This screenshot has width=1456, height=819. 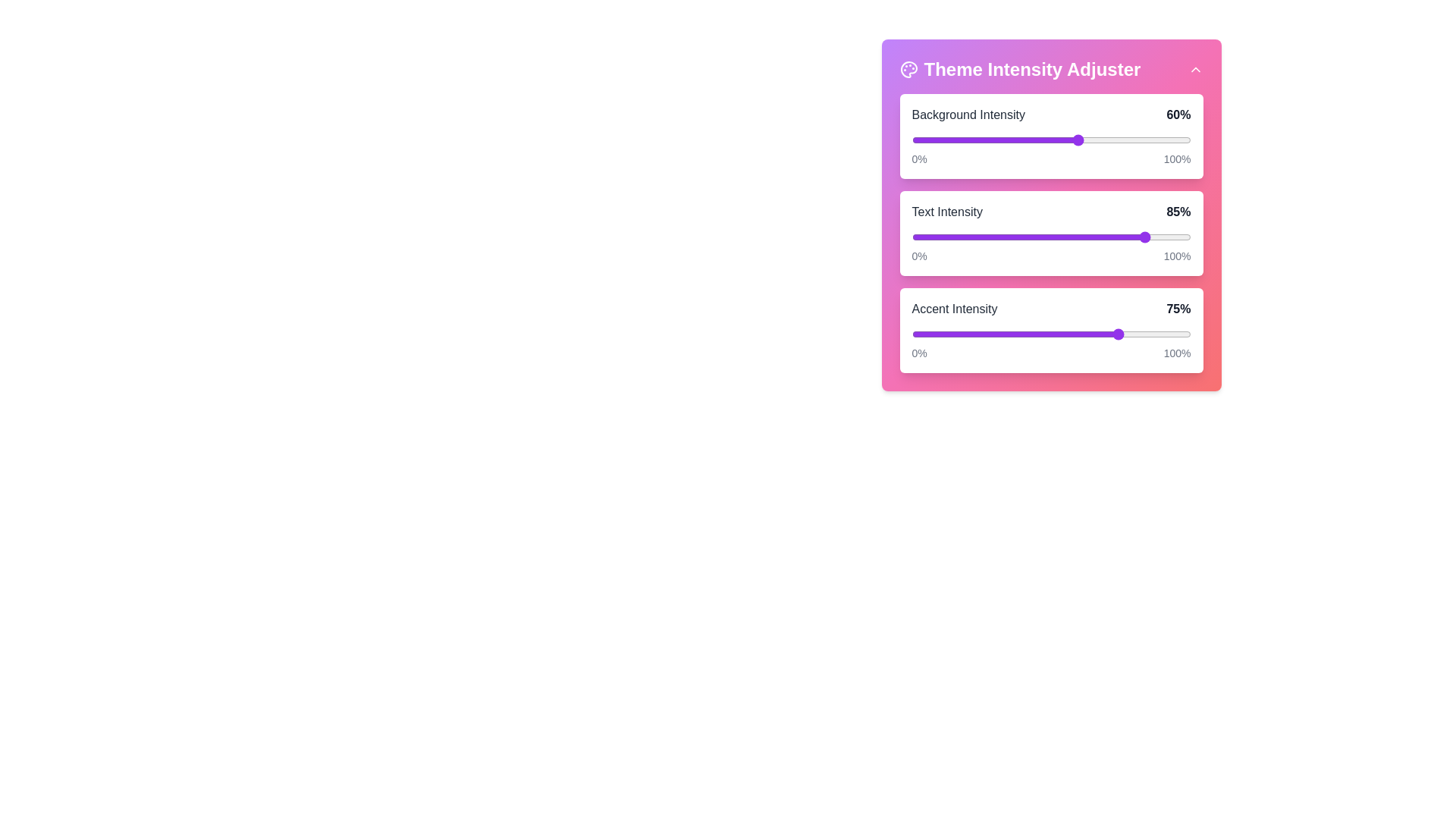 What do you see at coordinates (993, 333) in the screenshot?
I see `the accent intensity` at bounding box center [993, 333].